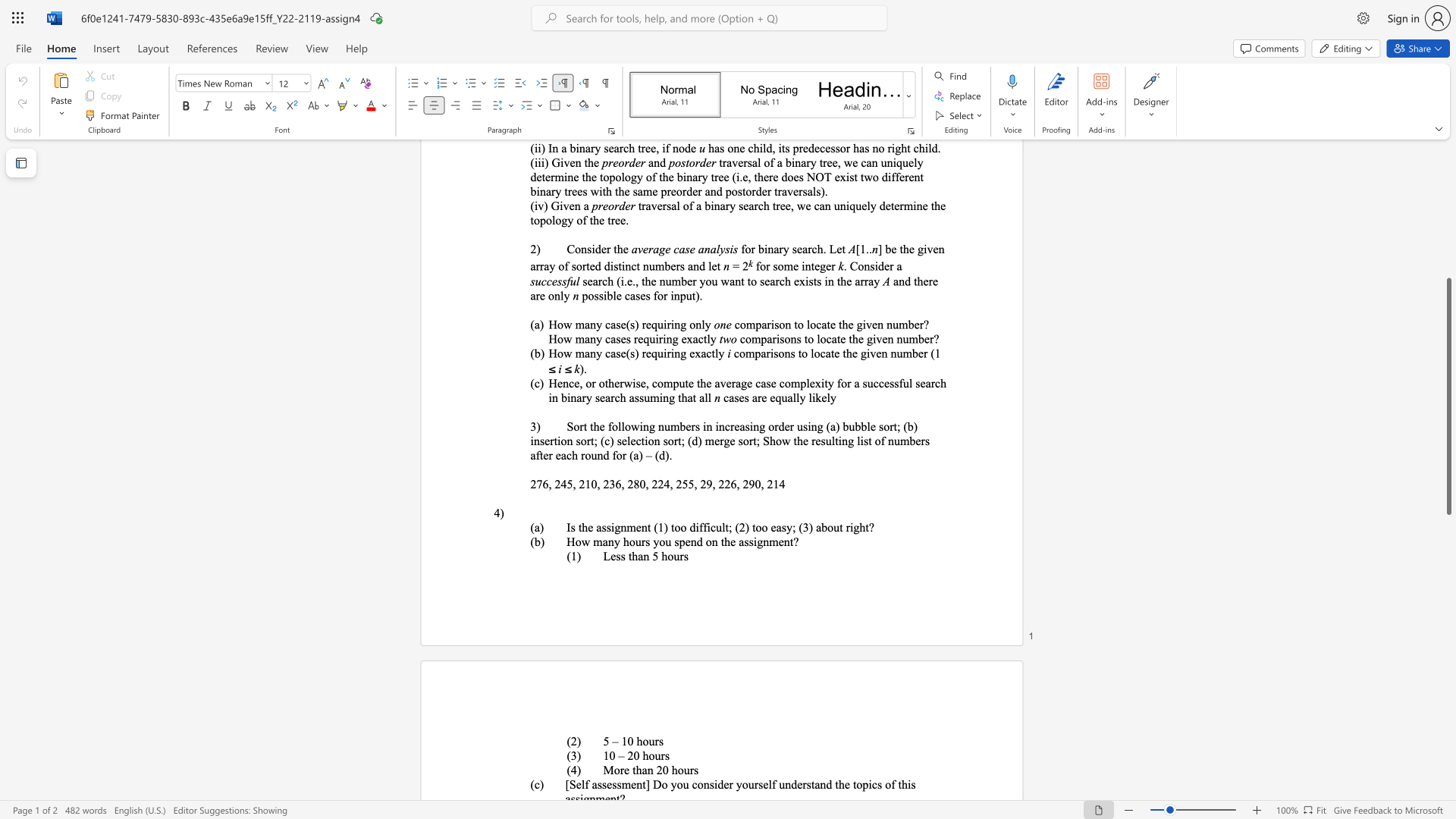 The width and height of the screenshot is (1456, 819). Describe the element at coordinates (648, 755) in the screenshot. I see `the subset text "ours" within the text "10 – 20 hours"` at that location.